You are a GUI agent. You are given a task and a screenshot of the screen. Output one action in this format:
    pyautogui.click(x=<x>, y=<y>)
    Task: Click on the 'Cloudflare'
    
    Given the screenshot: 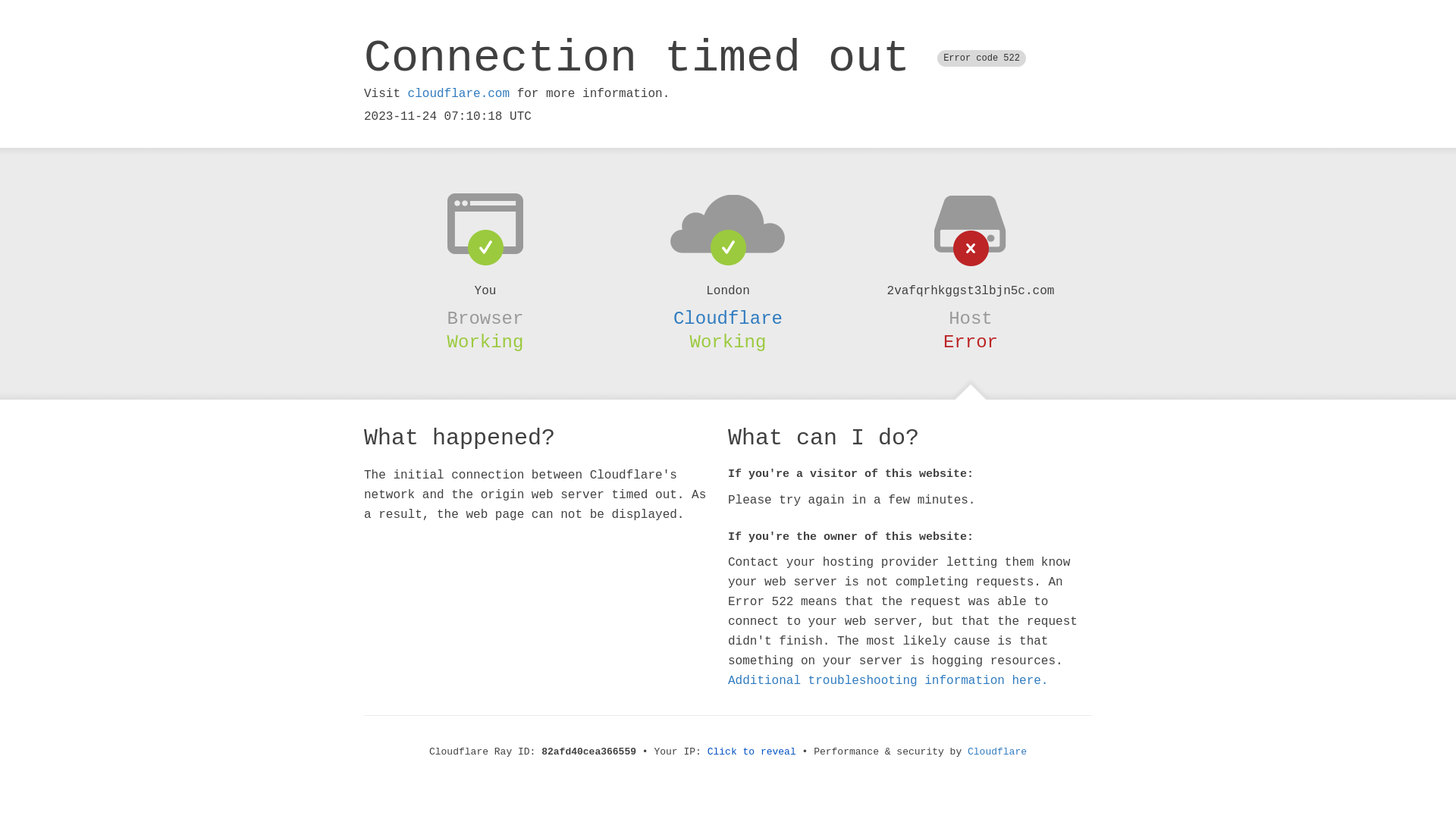 What is the action you would take?
    pyautogui.click(x=728, y=318)
    